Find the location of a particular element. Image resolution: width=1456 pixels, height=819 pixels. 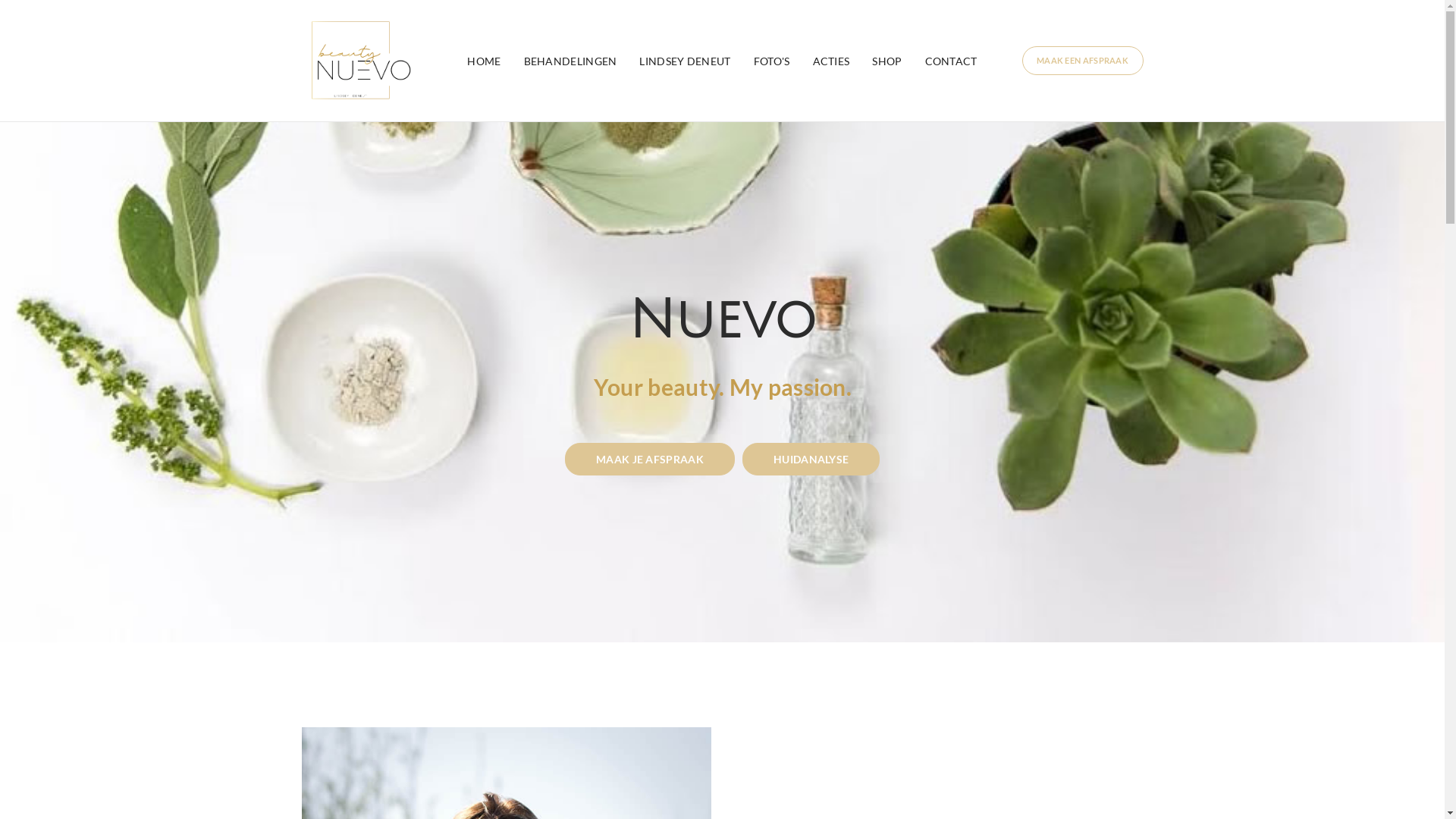

'SHOP' is located at coordinates (886, 60).